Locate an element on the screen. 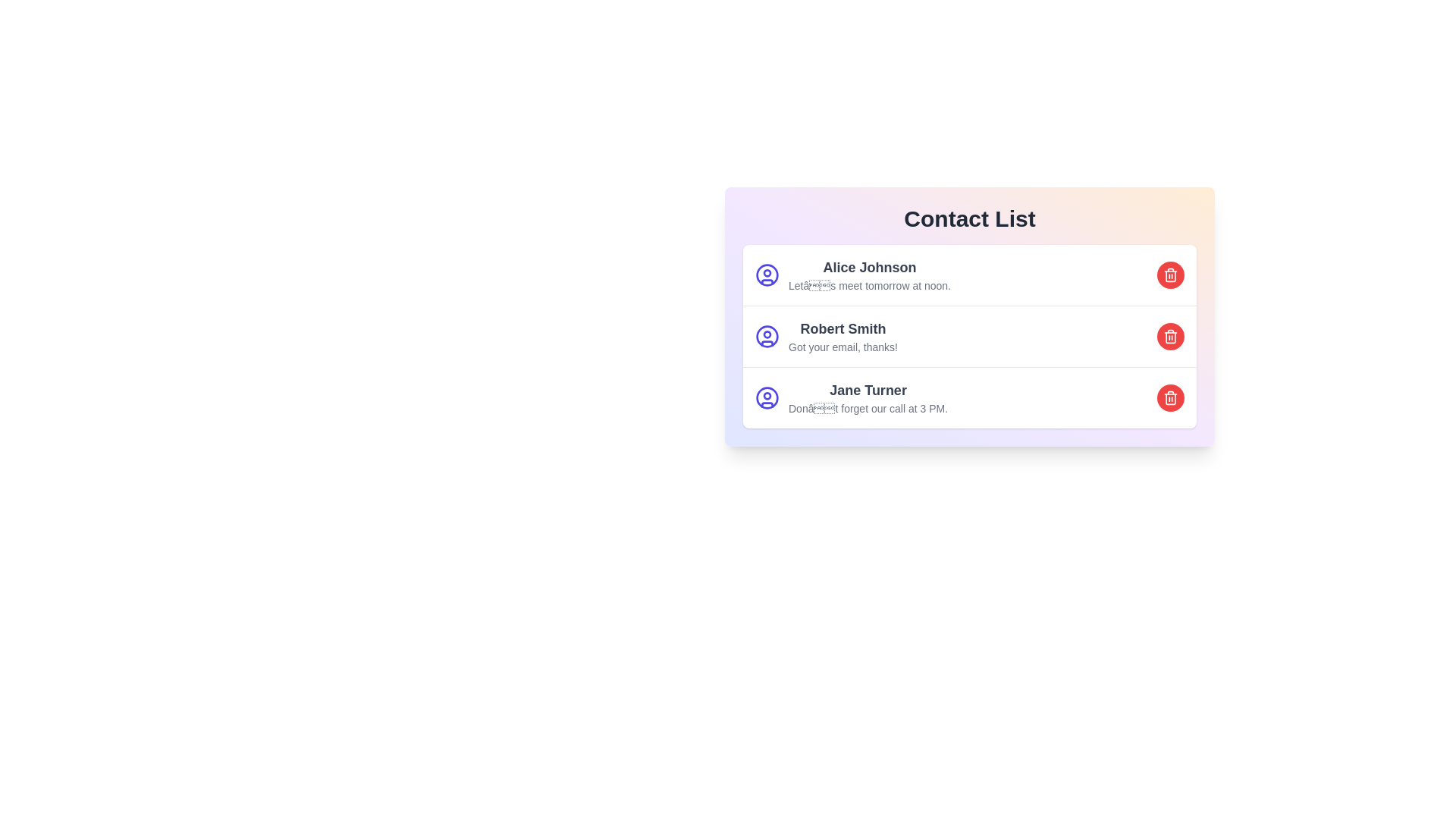 This screenshot has height=819, width=1456. delete button for the contact named Robert Smith is located at coordinates (1170, 335).